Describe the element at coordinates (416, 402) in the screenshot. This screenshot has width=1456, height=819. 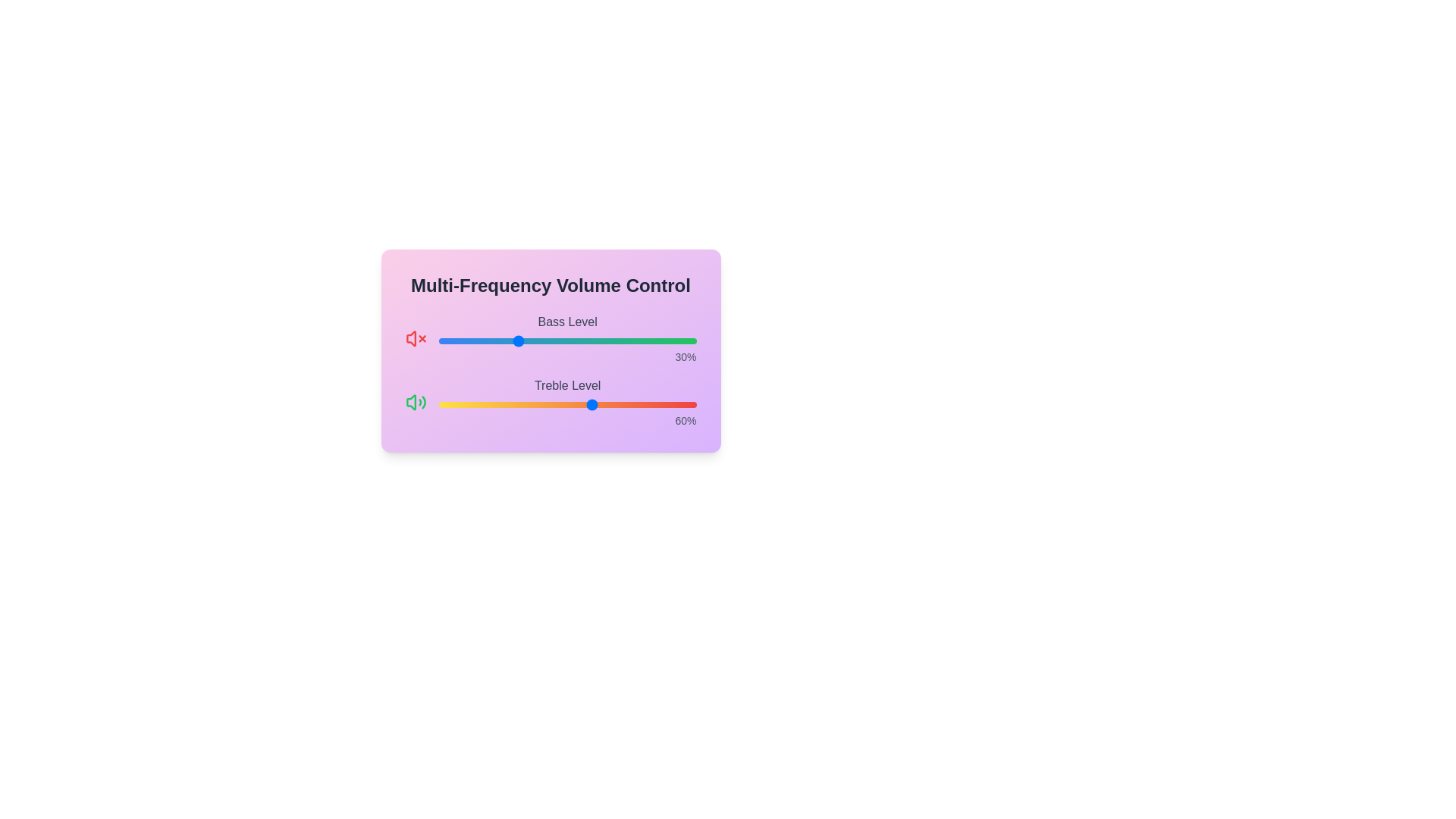
I see `the sound icon for treble` at that location.